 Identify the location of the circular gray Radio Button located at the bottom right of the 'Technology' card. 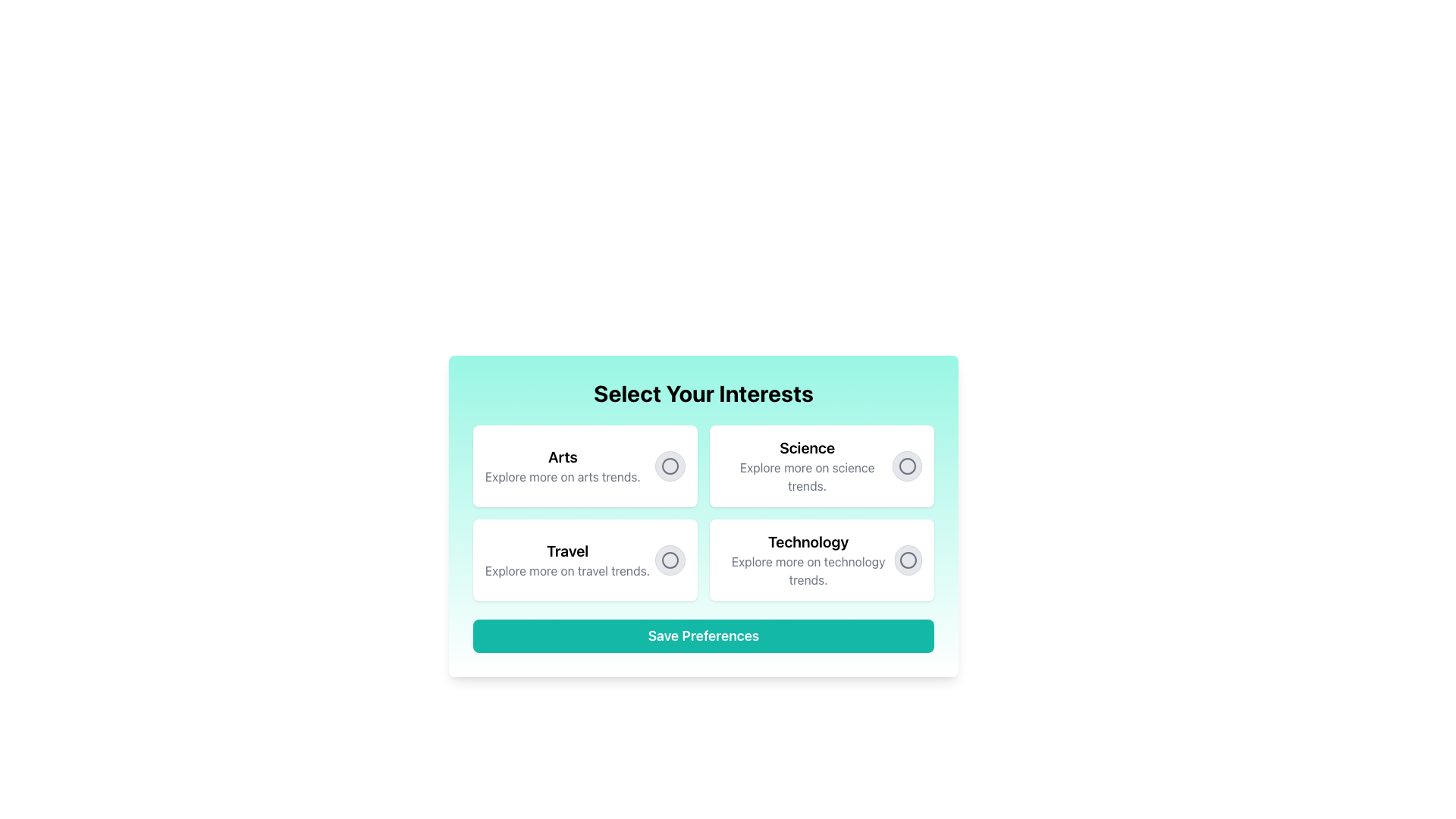
(908, 560).